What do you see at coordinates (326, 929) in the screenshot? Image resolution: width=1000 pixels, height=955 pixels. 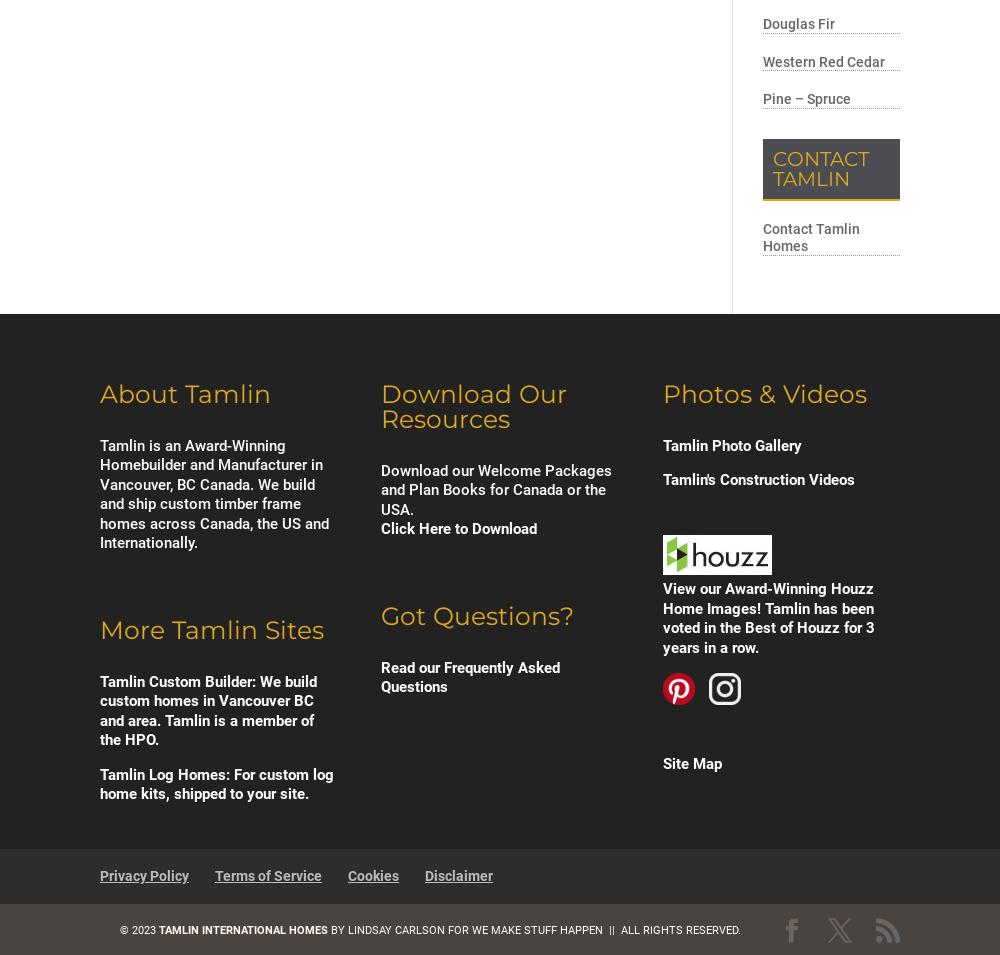 I see `'by'` at bounding box center [326, 929].